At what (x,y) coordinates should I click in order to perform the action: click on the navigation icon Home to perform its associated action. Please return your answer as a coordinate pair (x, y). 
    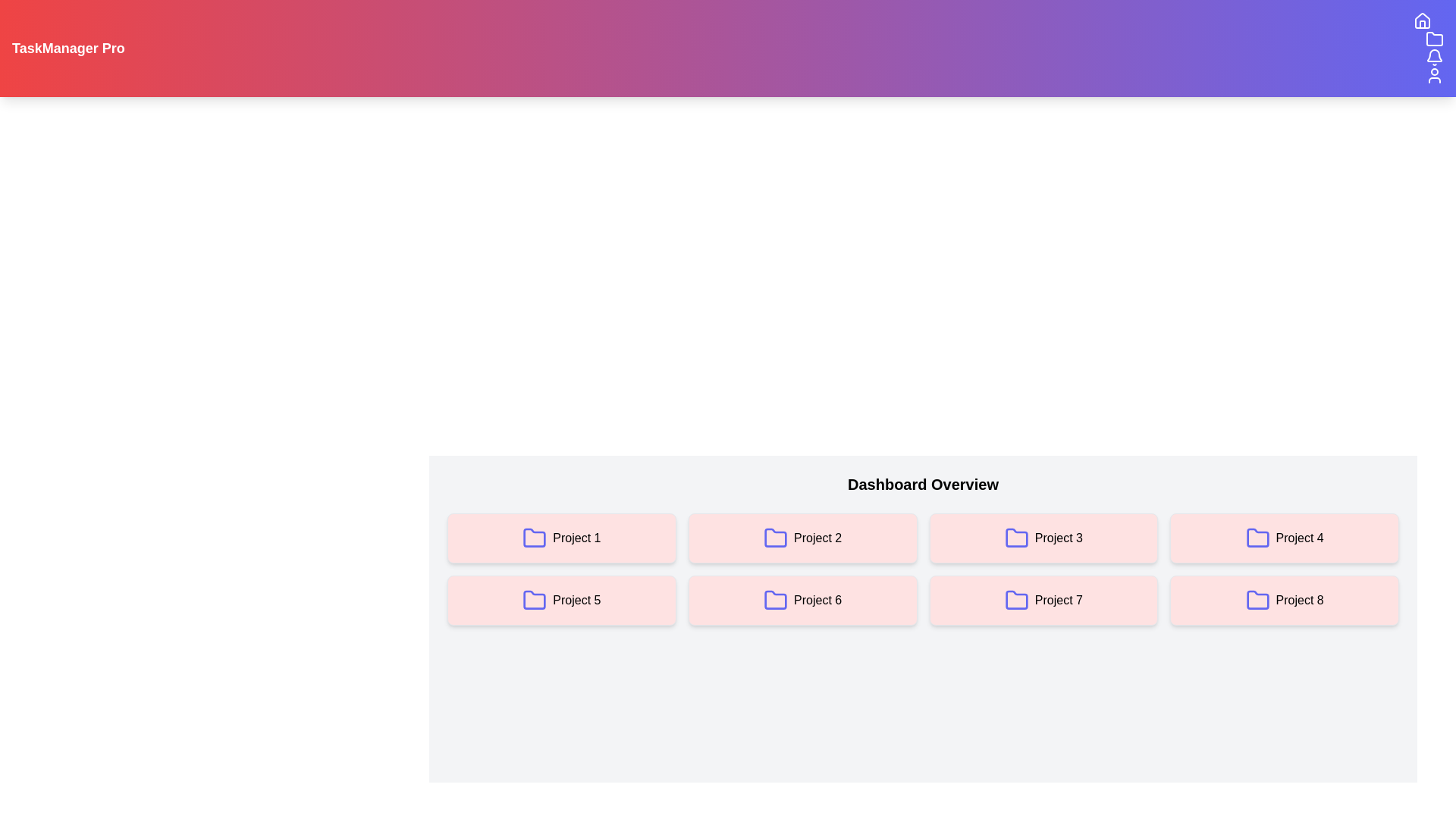
    Looking at the image, I should click on (1422, 20).